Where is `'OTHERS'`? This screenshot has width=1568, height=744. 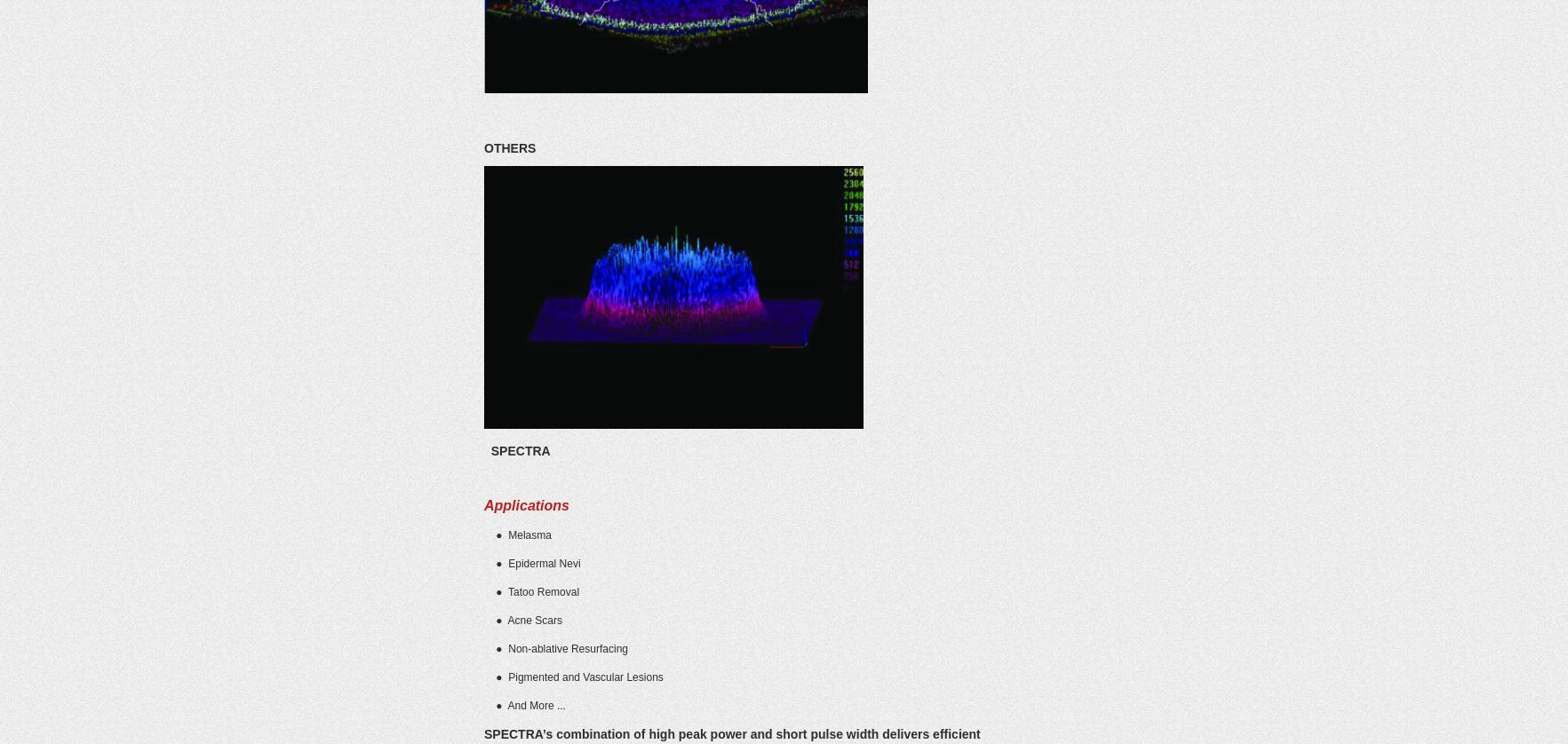
'OTHERS' is located at coordinates (508, 148).